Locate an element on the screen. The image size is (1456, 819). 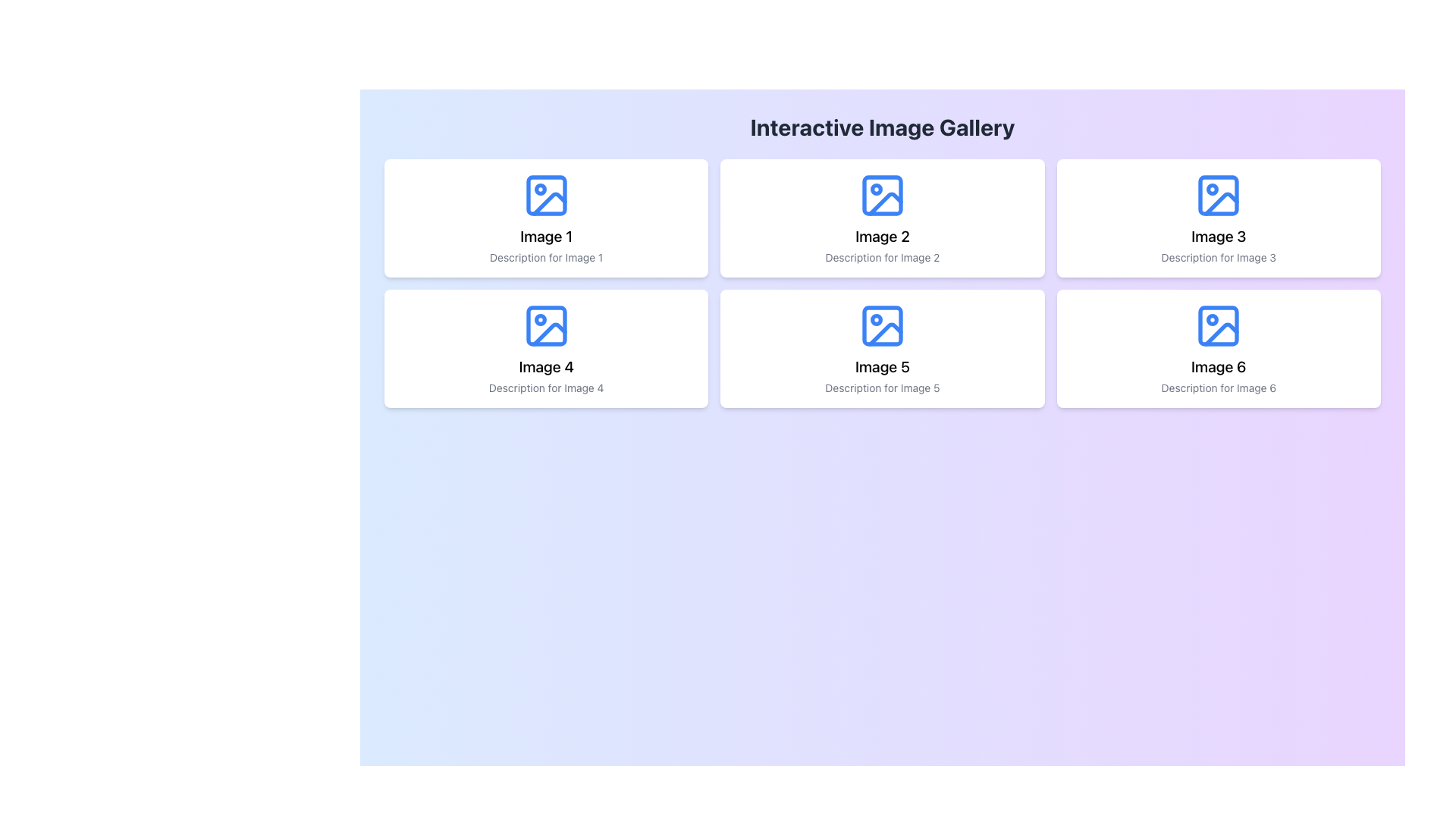
the SVG-based Icon in the card layout titled 'Image 6', which is located in the second row, third column of the interactive image gallery grid, directly above the text 'Description for Image 6' is located at coordinates (1219, 325).